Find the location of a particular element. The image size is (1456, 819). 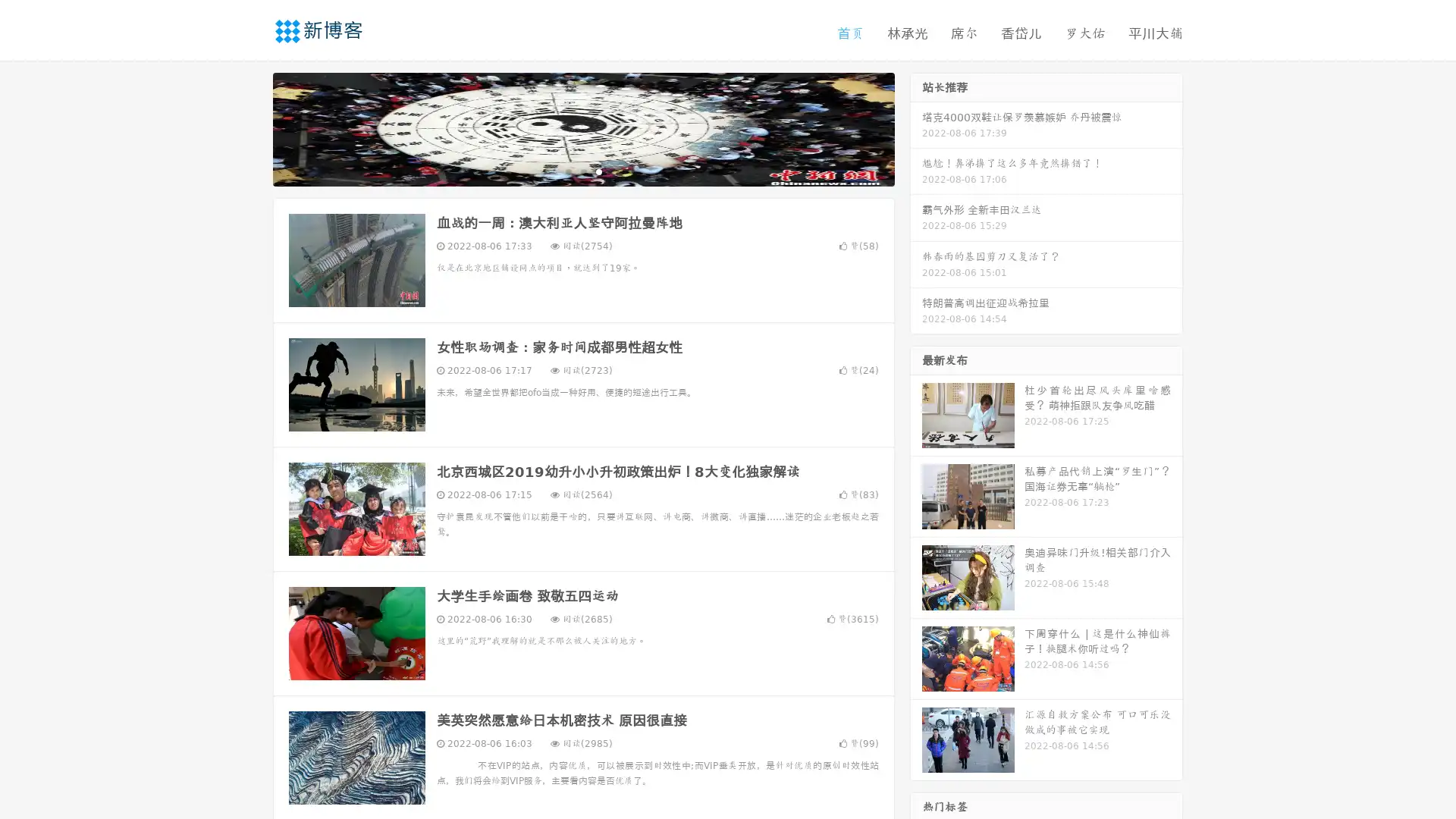

Go to slide 2 is located at coordinates (582, 171).